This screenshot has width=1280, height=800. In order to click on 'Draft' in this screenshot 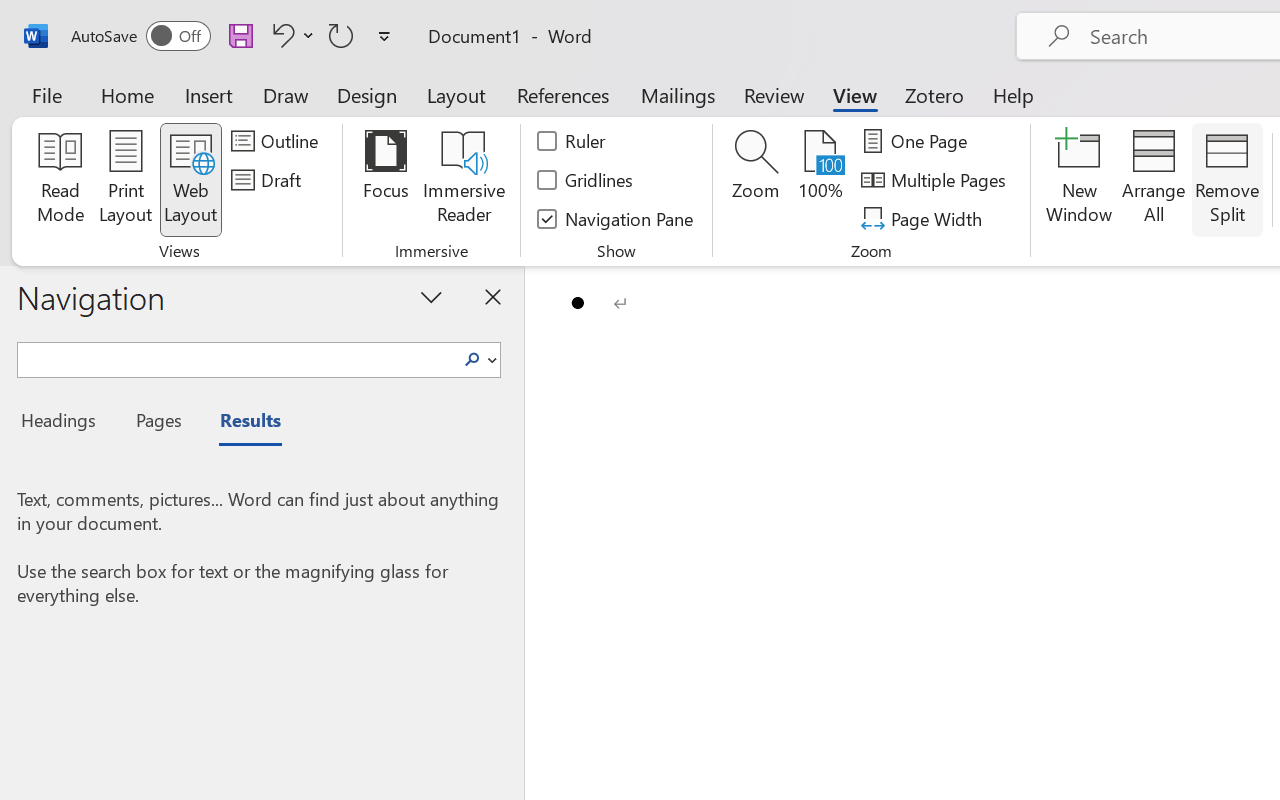, I will do `click(268, 179)`.